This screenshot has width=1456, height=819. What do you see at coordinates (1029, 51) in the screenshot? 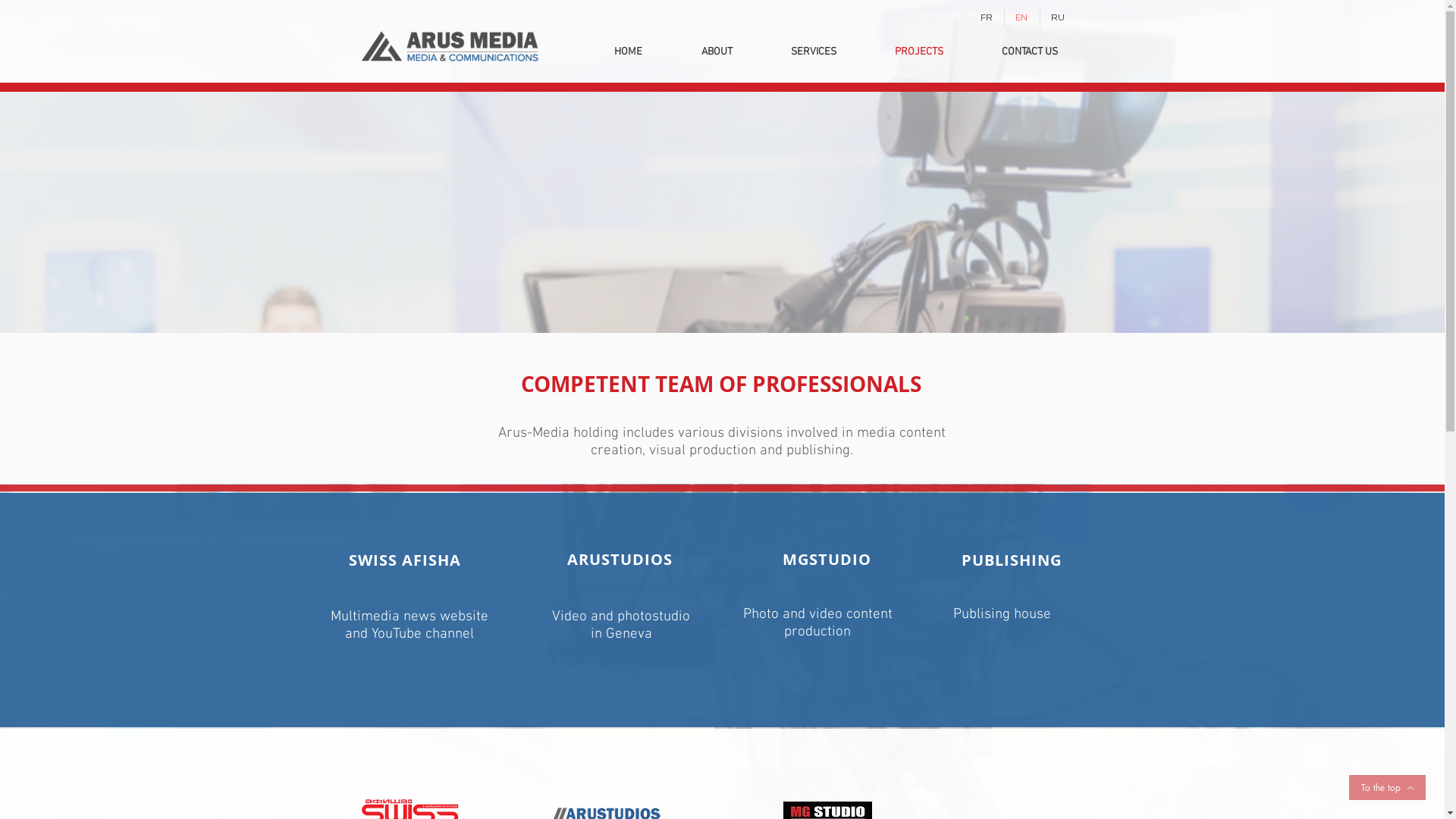
I see `'CONTACT US'` at bounding box center [1029, 51].